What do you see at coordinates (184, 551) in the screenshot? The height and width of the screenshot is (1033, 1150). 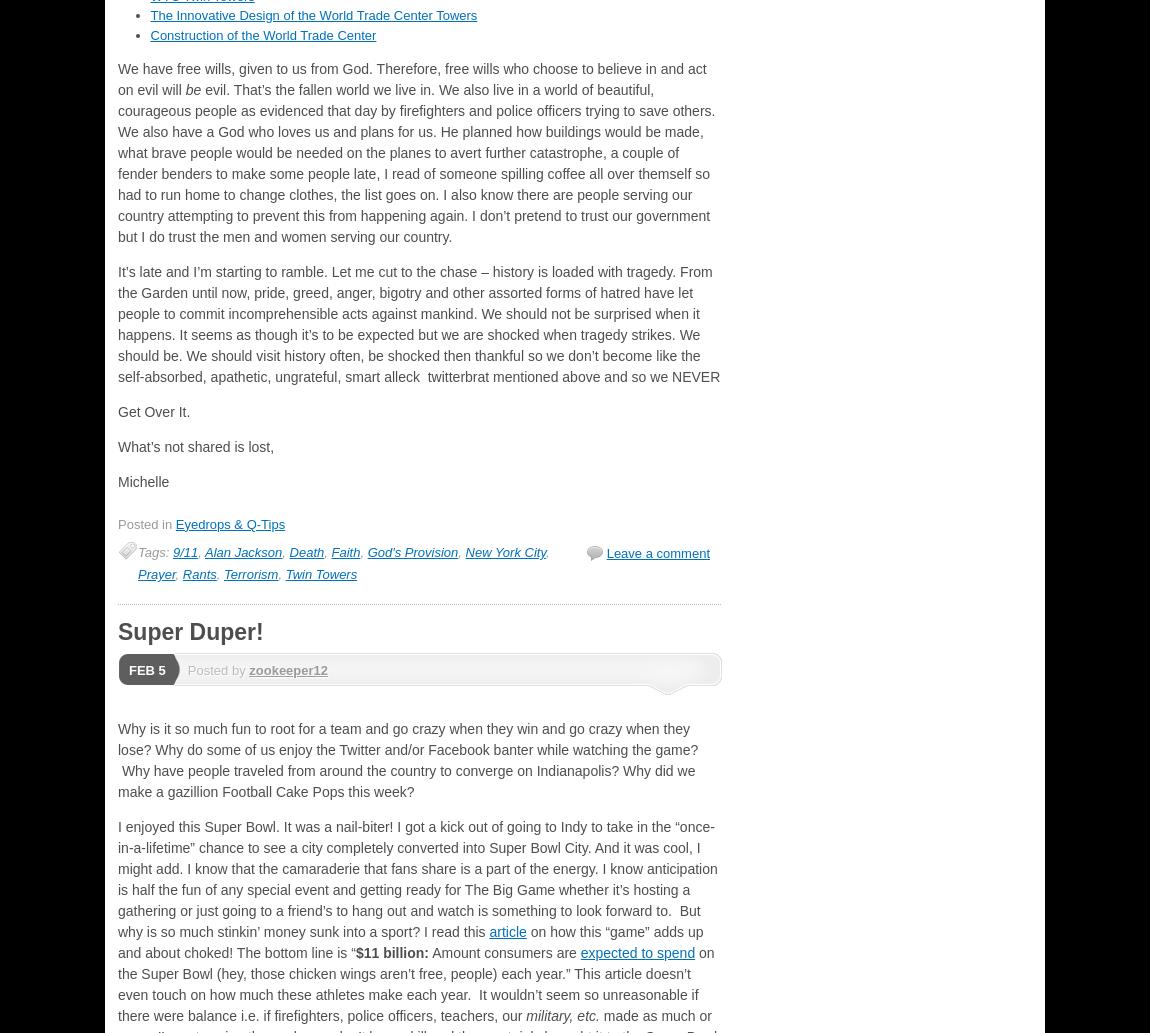 I see `'9/11'` at bounding box center [184, 551].